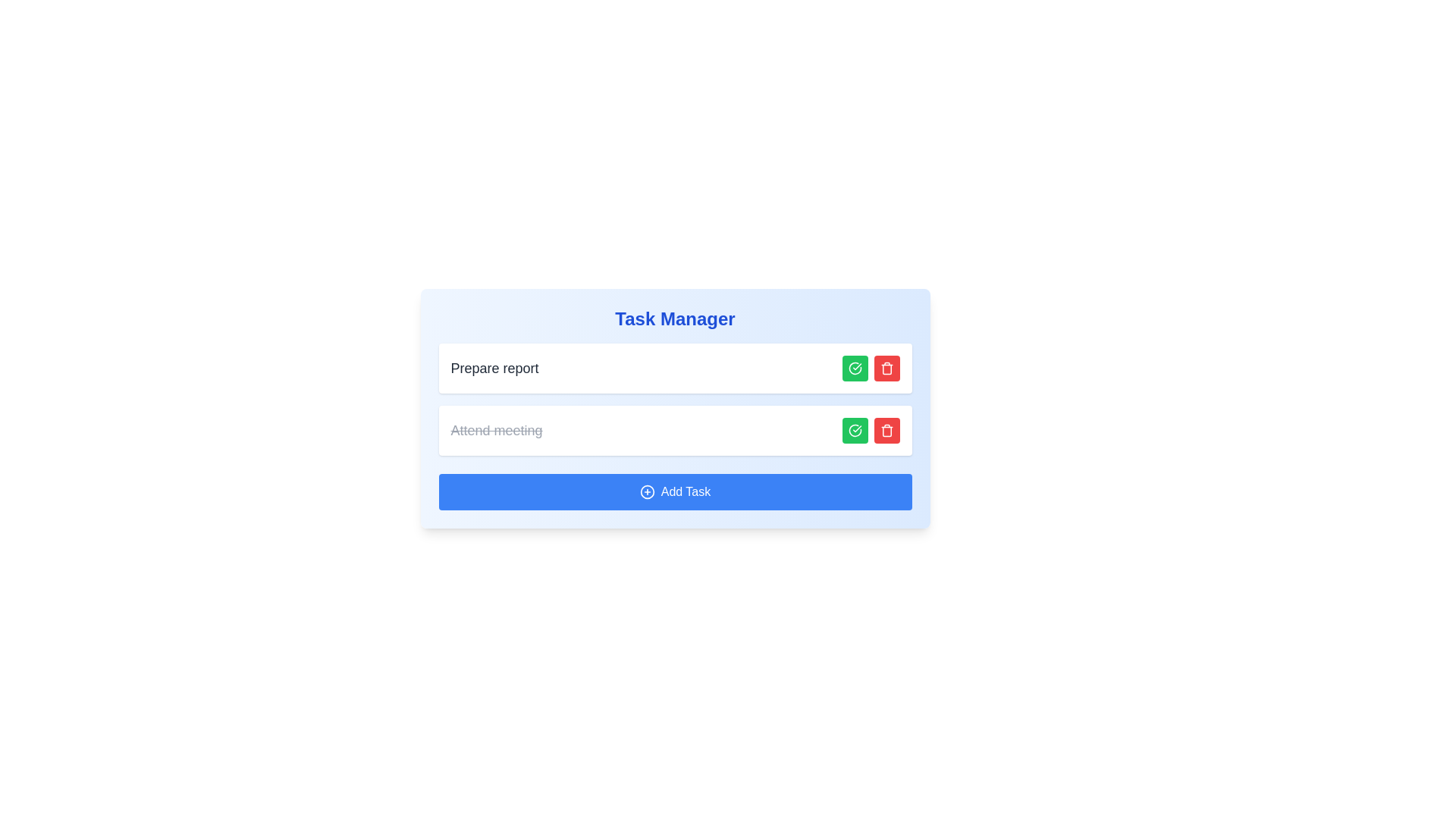  Describe the element at coordinates (886, 369) in the screenshot. I see `the trash can icon button with a red background, located to the far right of the 'Prepare report' task entry` at that location.